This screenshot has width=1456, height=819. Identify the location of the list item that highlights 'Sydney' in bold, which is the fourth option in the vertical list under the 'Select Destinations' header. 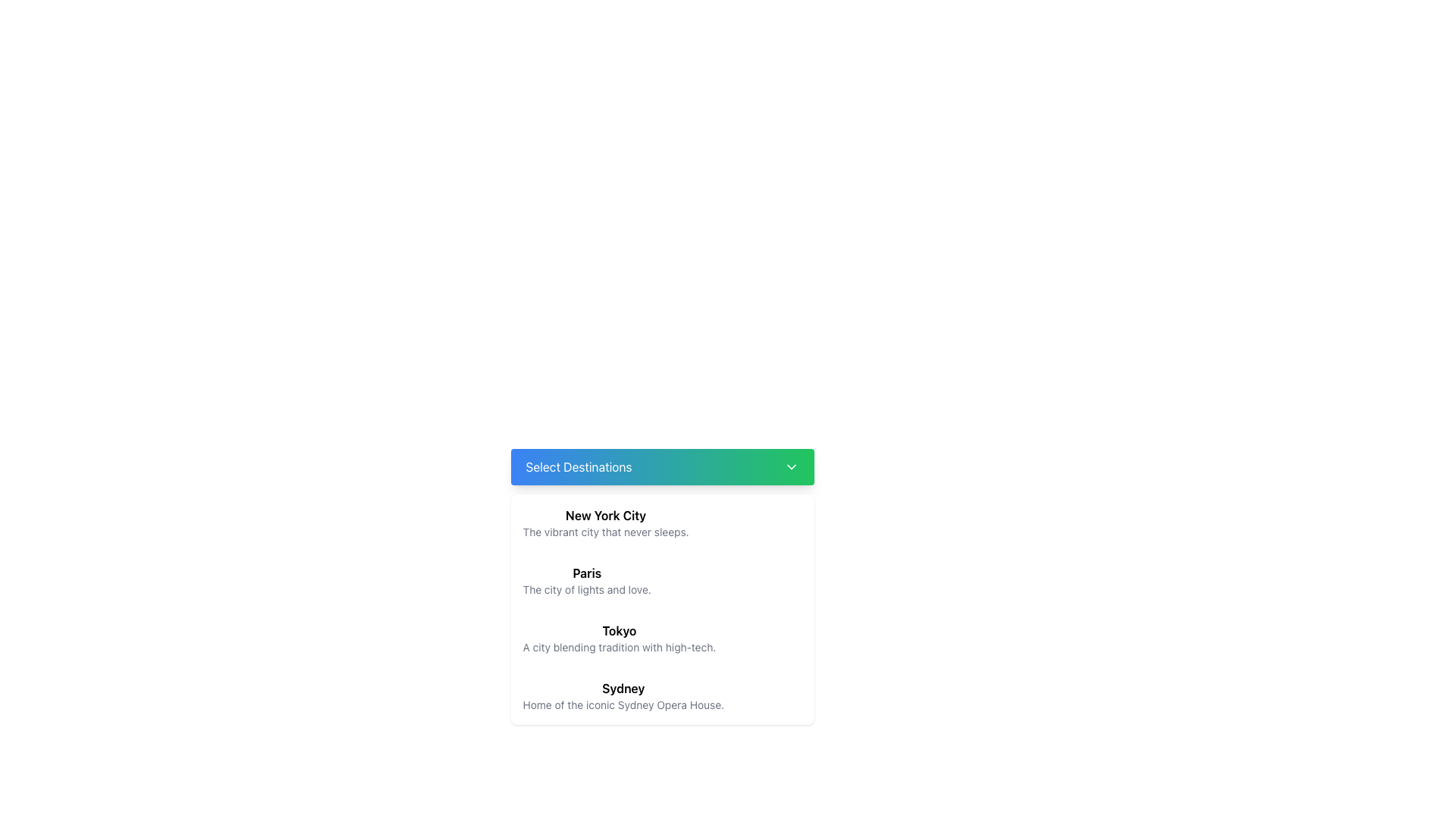
(662, 696).